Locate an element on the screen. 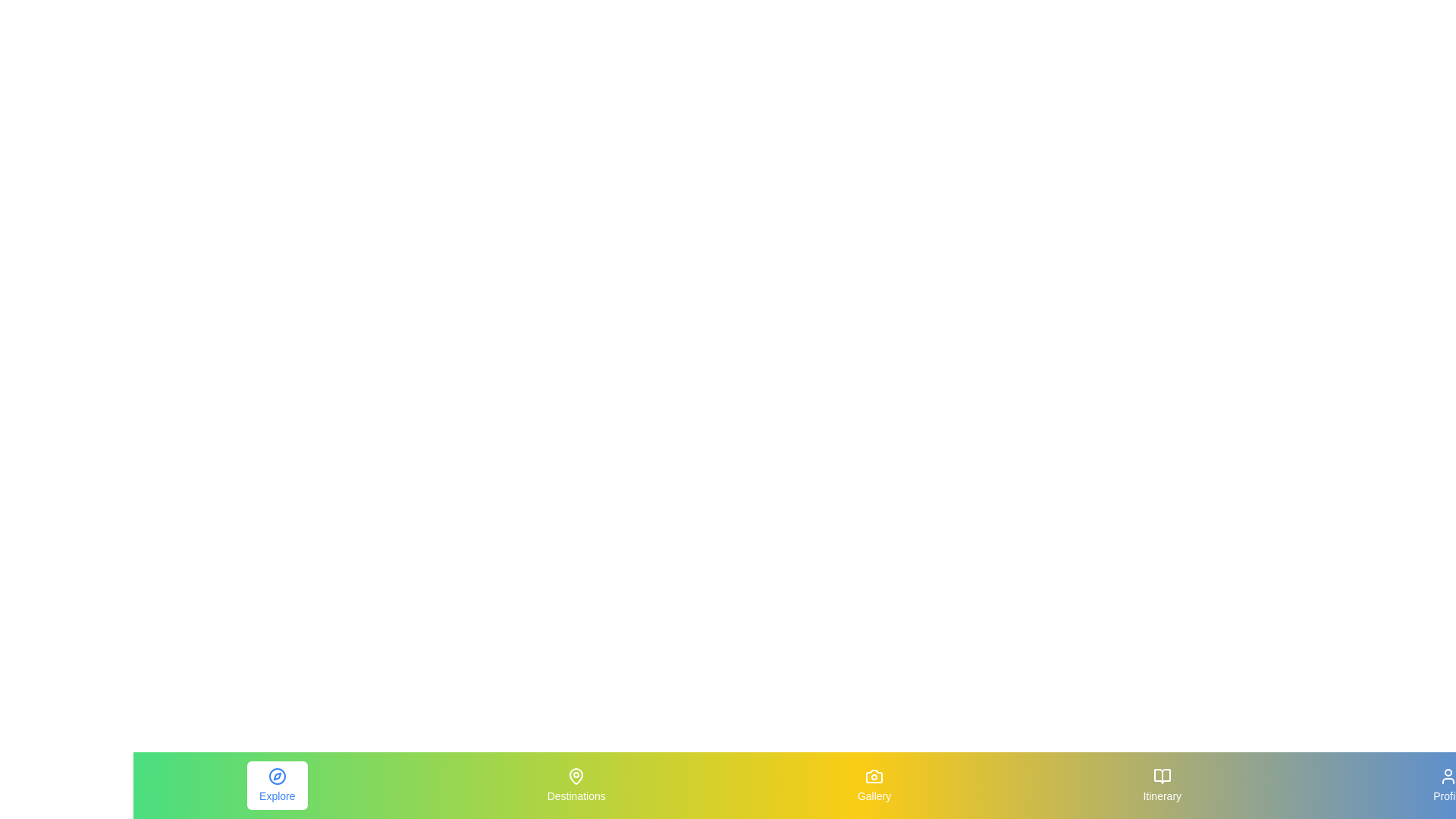 The height and width of the screenshot is (819, 1456). the Gallery tab by clicking on its respective icon or label is located at coordinates (874, 785).